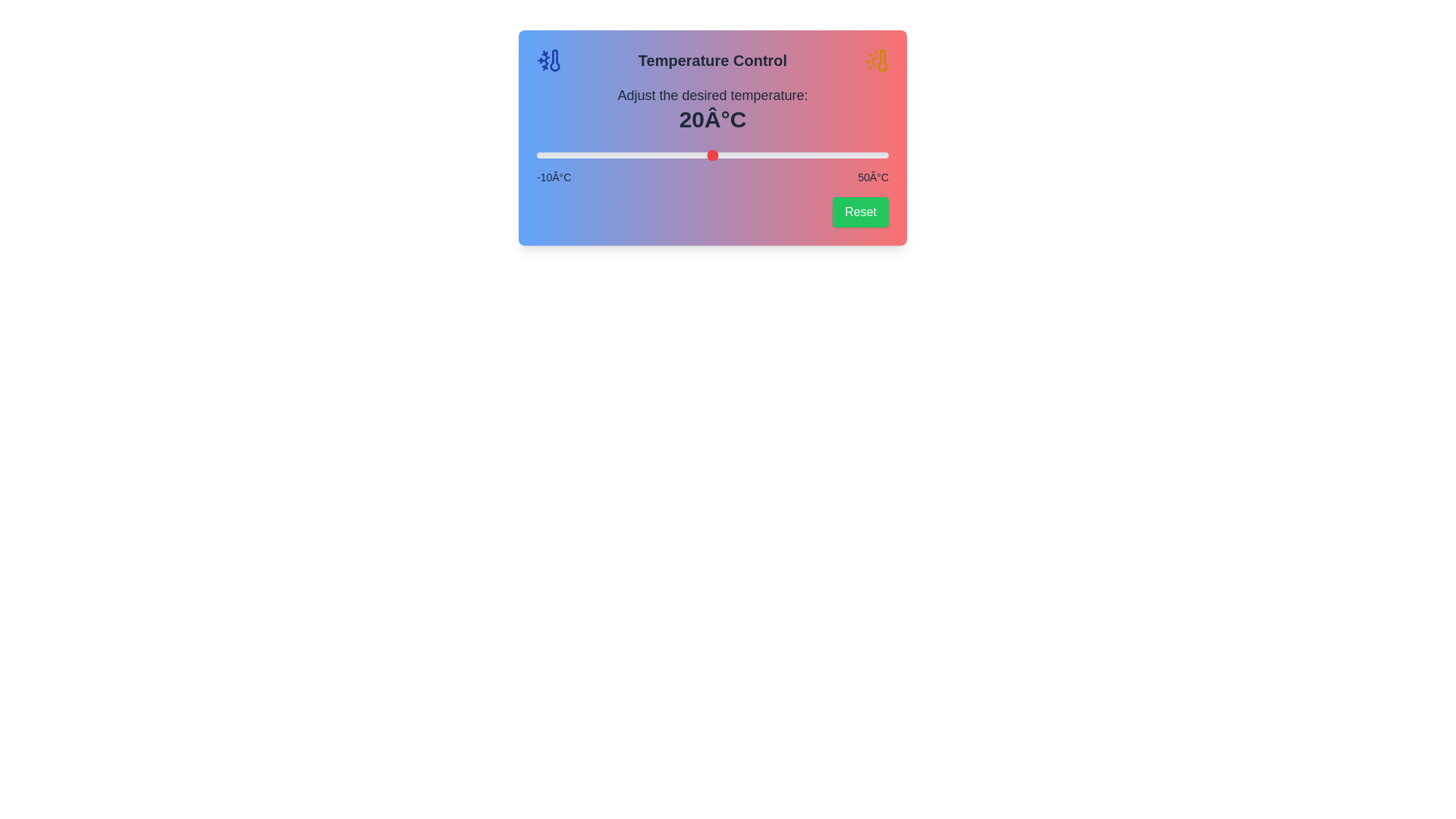  I want to click on the Reset button to reset the temperature to default, so click(860, 212).